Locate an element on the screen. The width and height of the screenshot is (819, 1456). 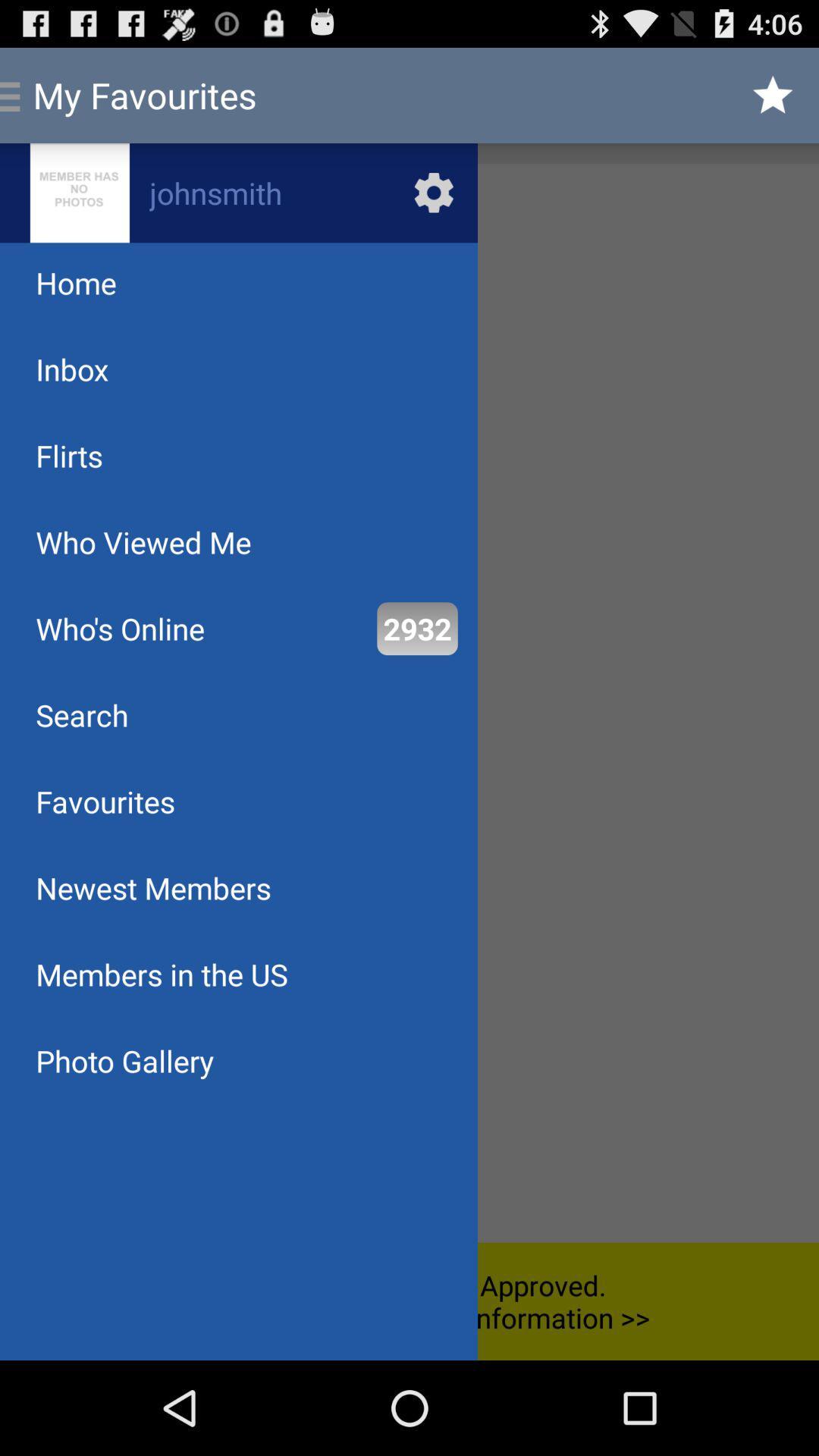
flirts icon is located at coordinates (69, 455).